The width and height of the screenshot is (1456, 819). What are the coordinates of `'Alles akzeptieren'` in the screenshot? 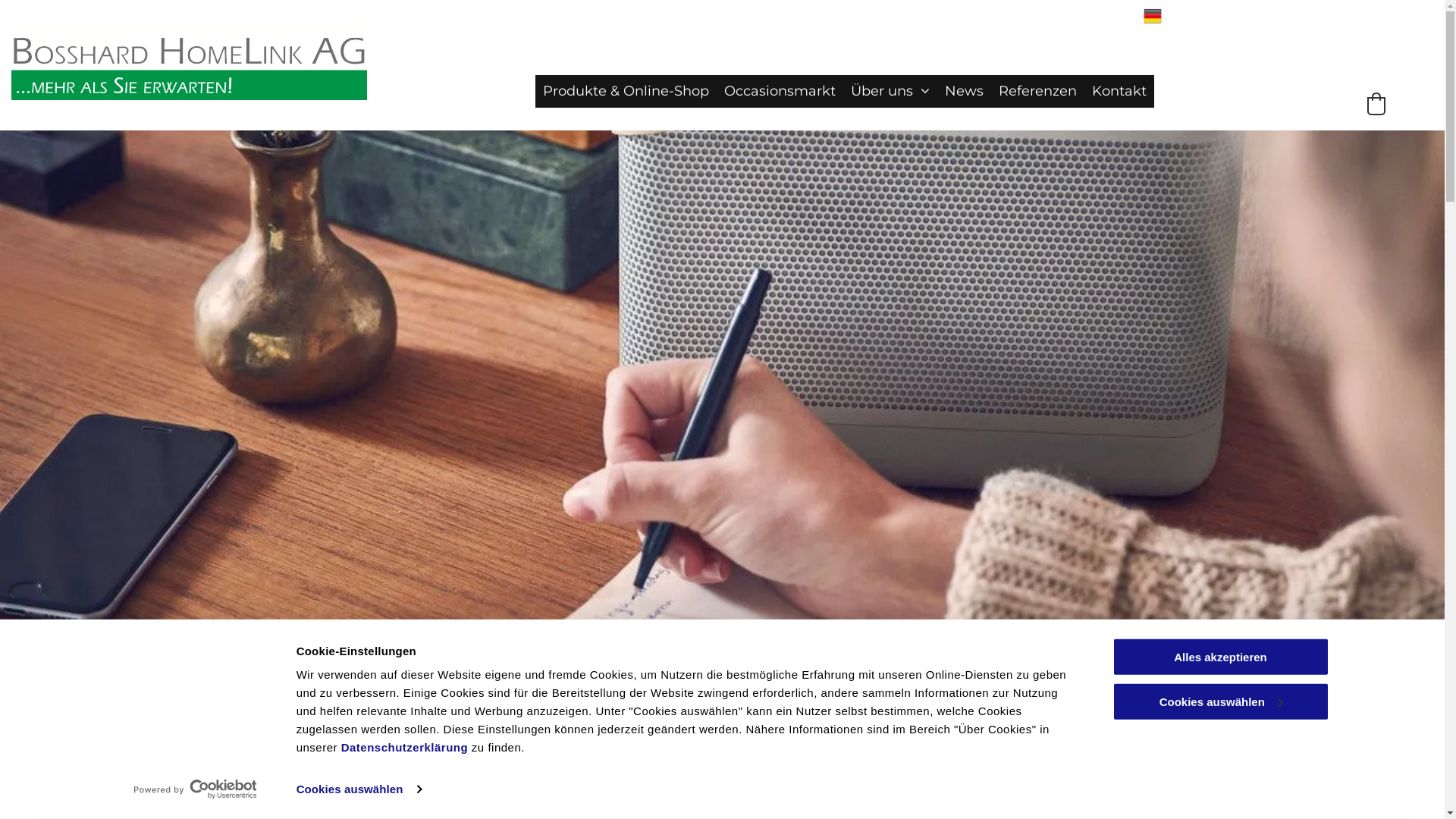 It's located at (1111, 656).